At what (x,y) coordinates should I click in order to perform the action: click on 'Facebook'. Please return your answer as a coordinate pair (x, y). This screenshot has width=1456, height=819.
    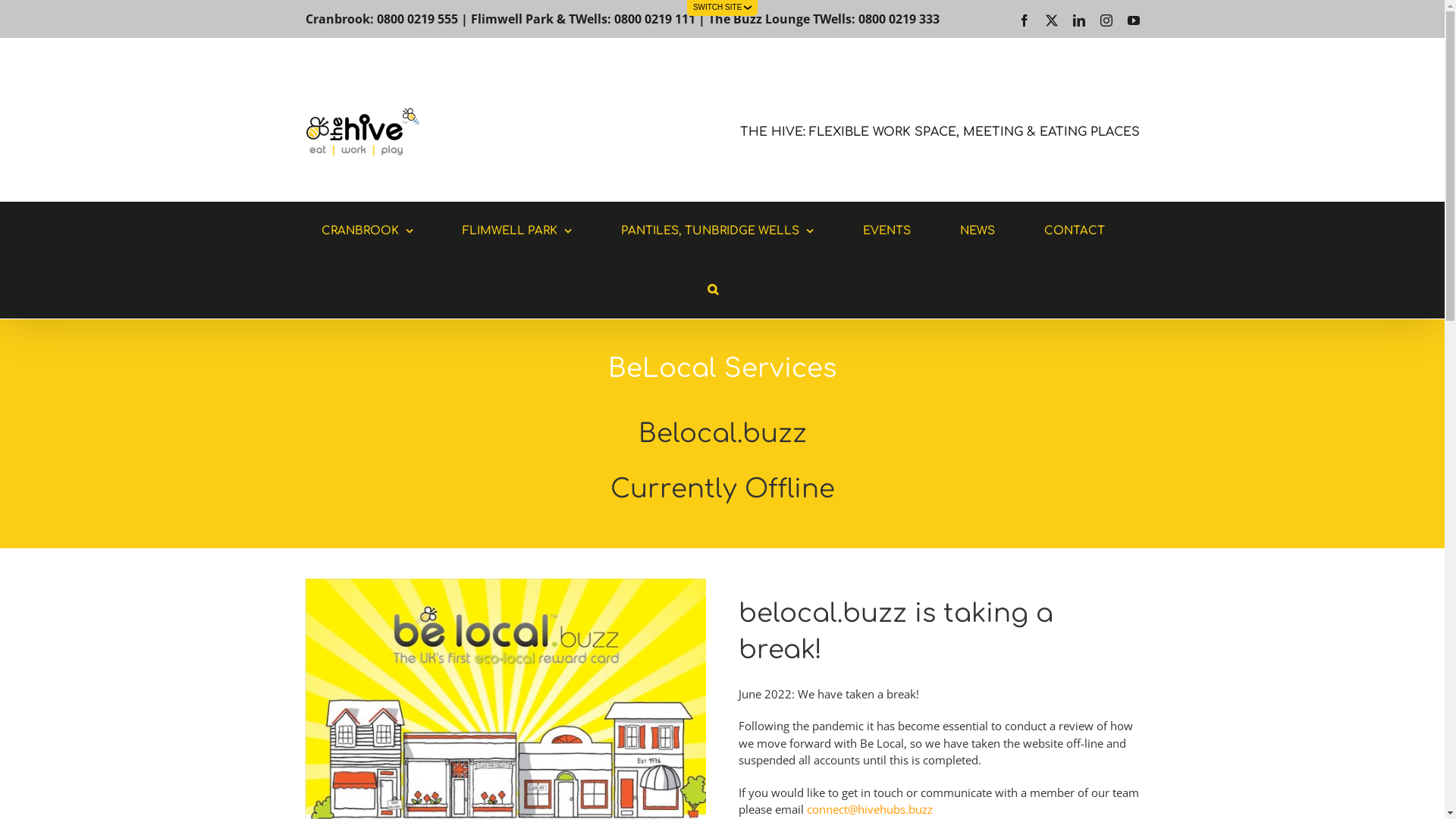
    Looking at the image, I should click on (1023, 20).